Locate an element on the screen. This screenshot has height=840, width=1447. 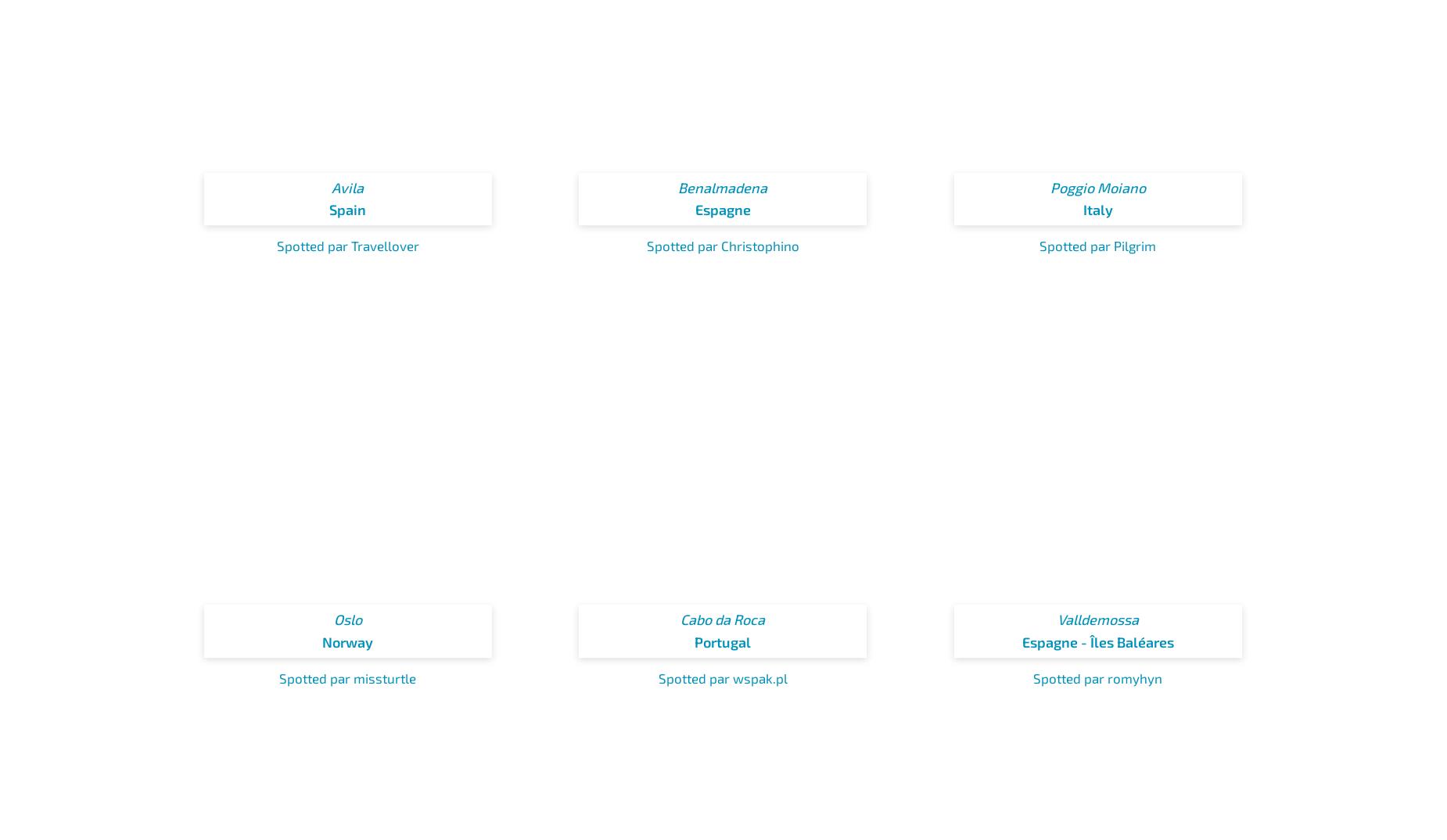
'Spain' is located at coordinates (346, 208).